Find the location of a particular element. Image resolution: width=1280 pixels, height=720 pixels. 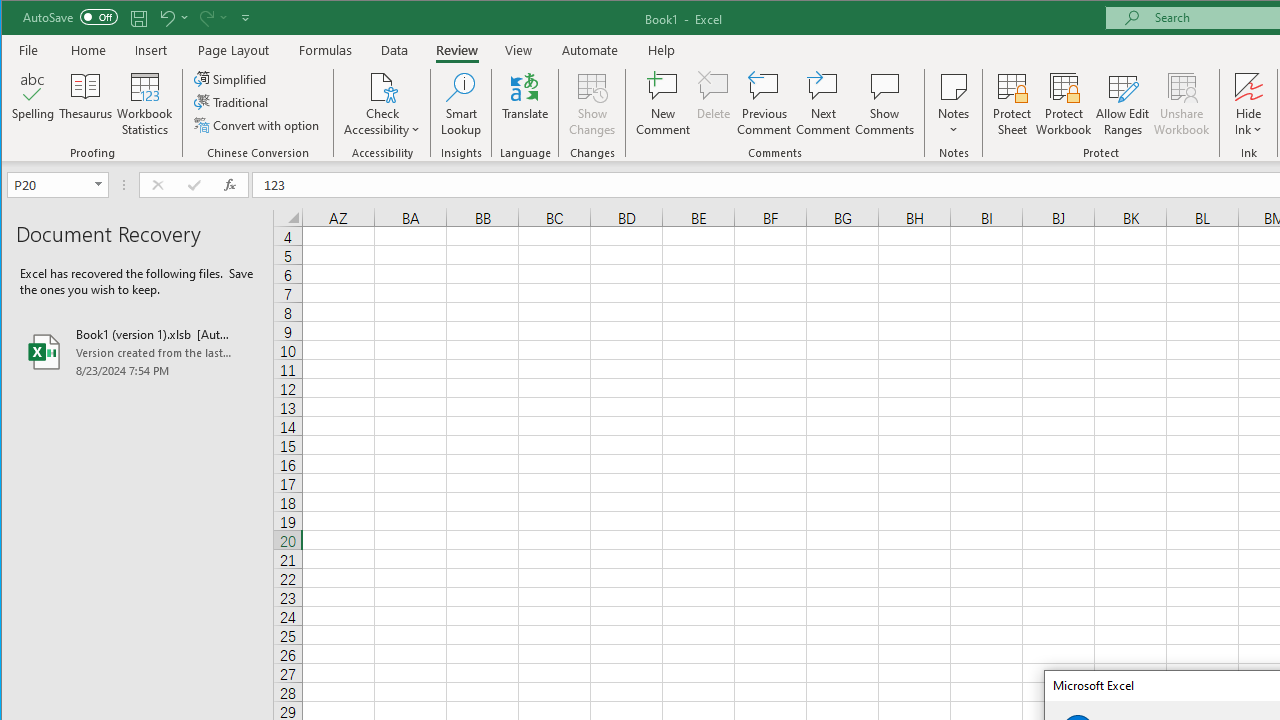

'Protect Sheet...' is located at coordinates (1012, 104).